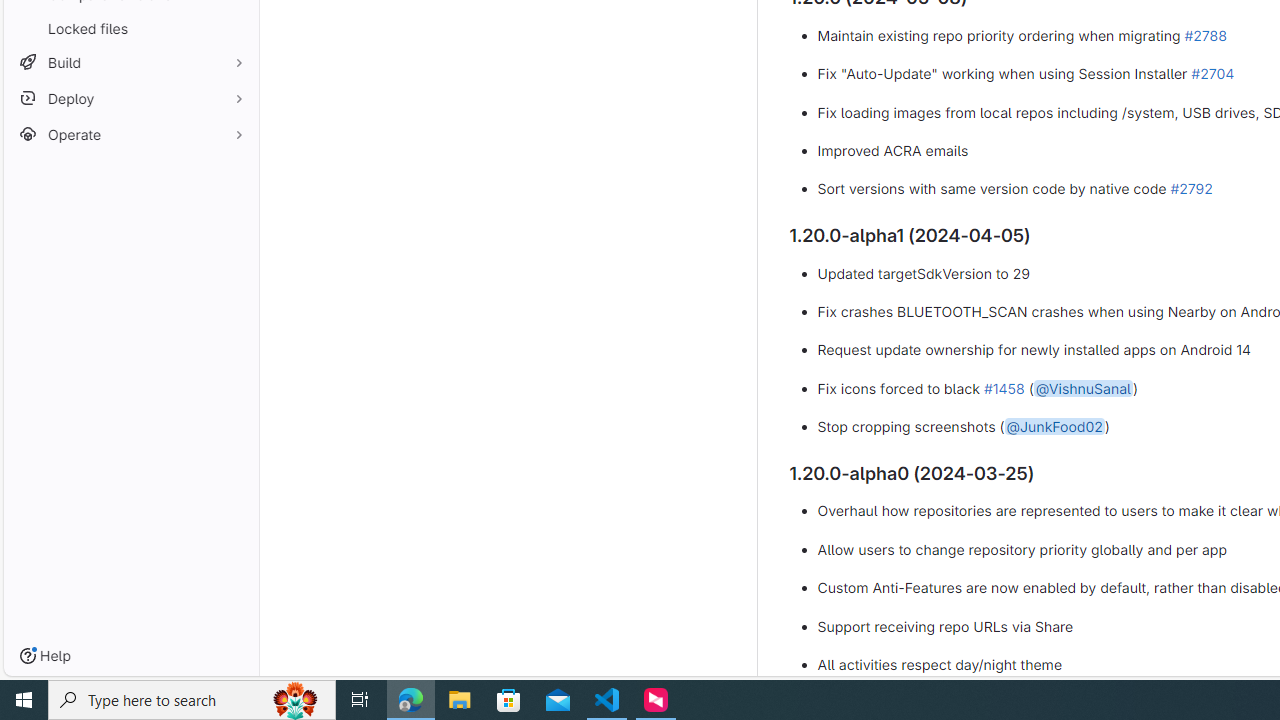 The width and height of the screenshot is (1280, 720). What do you see at coordinates (234, 28) in the screenshot?
I see `'Pin Locked files'` at bounding box center [234, 28].